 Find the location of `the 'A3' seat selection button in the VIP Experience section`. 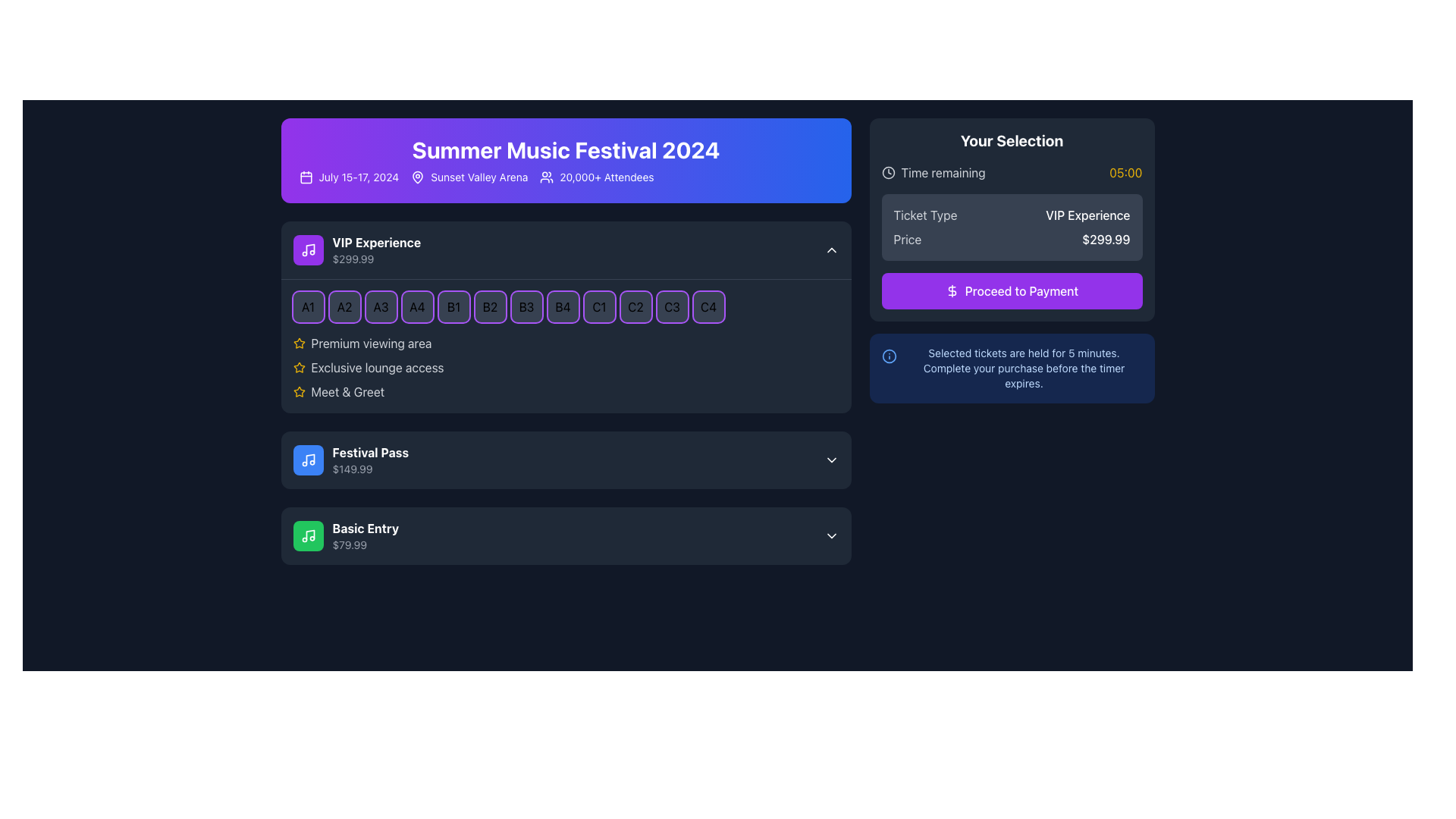

the 'A3' seat selection button in the VIP Experience section is located at coordinates (381, 307).